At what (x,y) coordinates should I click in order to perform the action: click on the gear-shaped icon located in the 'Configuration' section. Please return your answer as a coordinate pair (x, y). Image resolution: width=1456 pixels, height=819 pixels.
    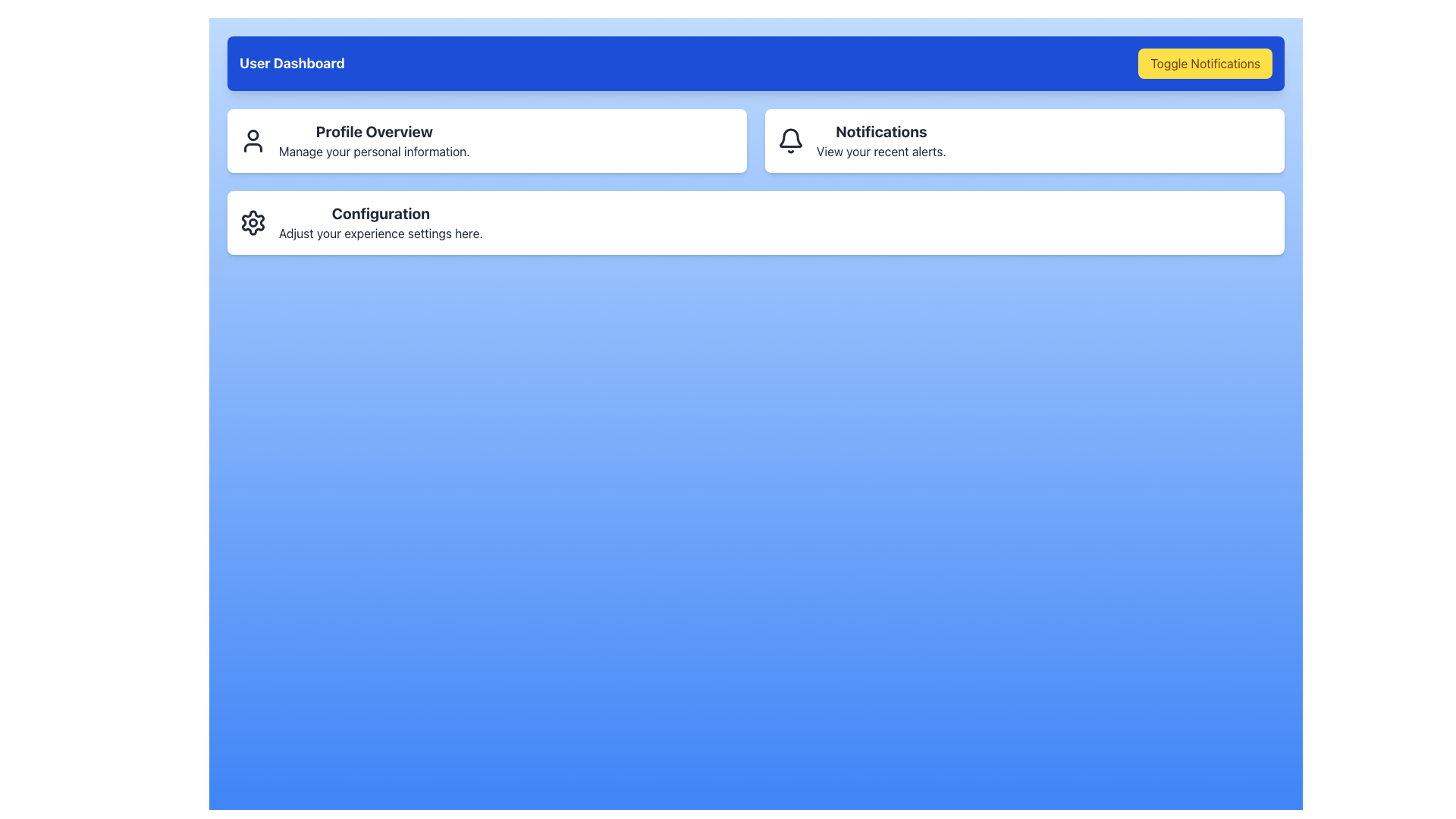
    Looking at the image, I should click on (253, 222).